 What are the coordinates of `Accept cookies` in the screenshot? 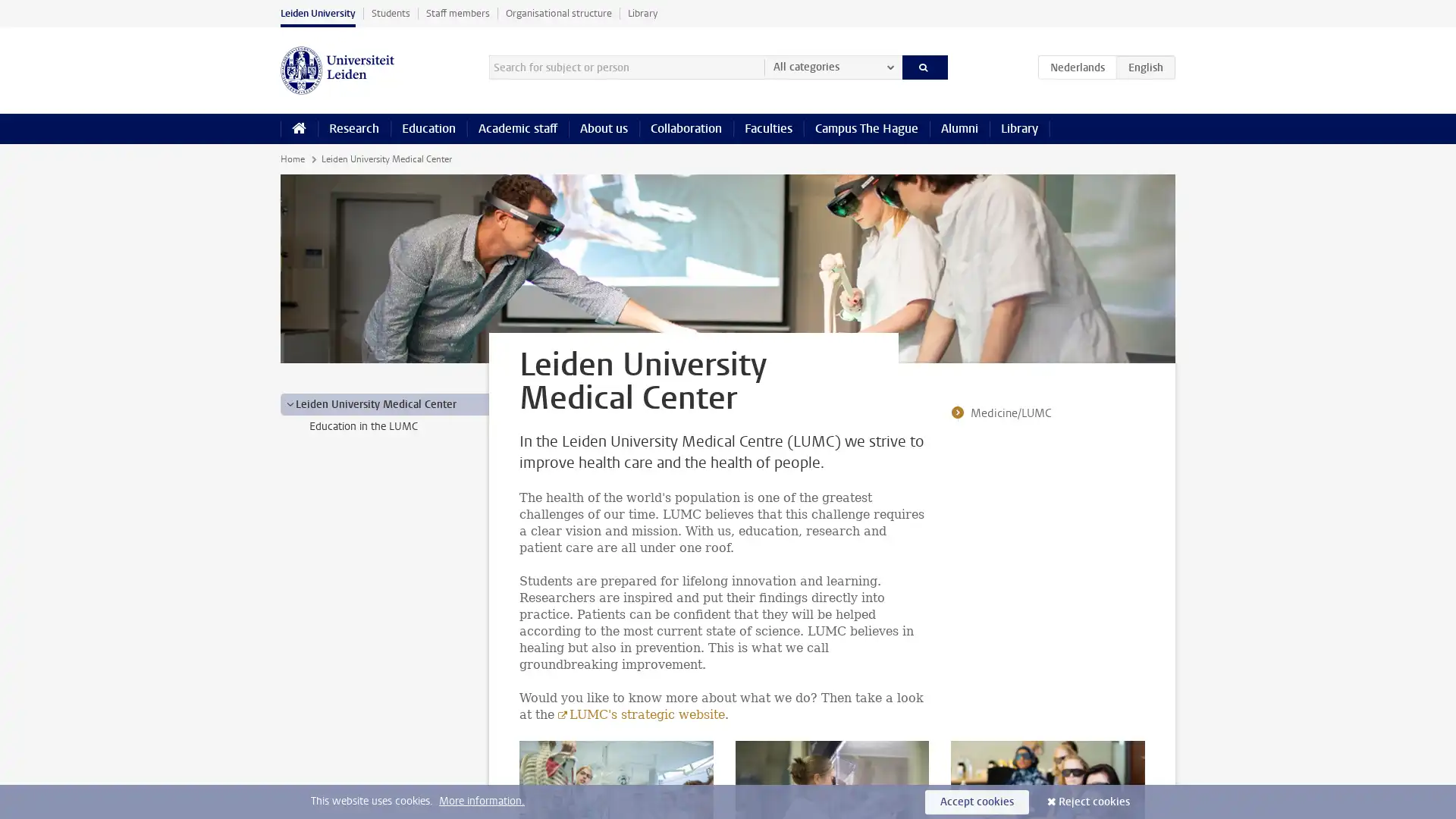 It's located at (977, 801).